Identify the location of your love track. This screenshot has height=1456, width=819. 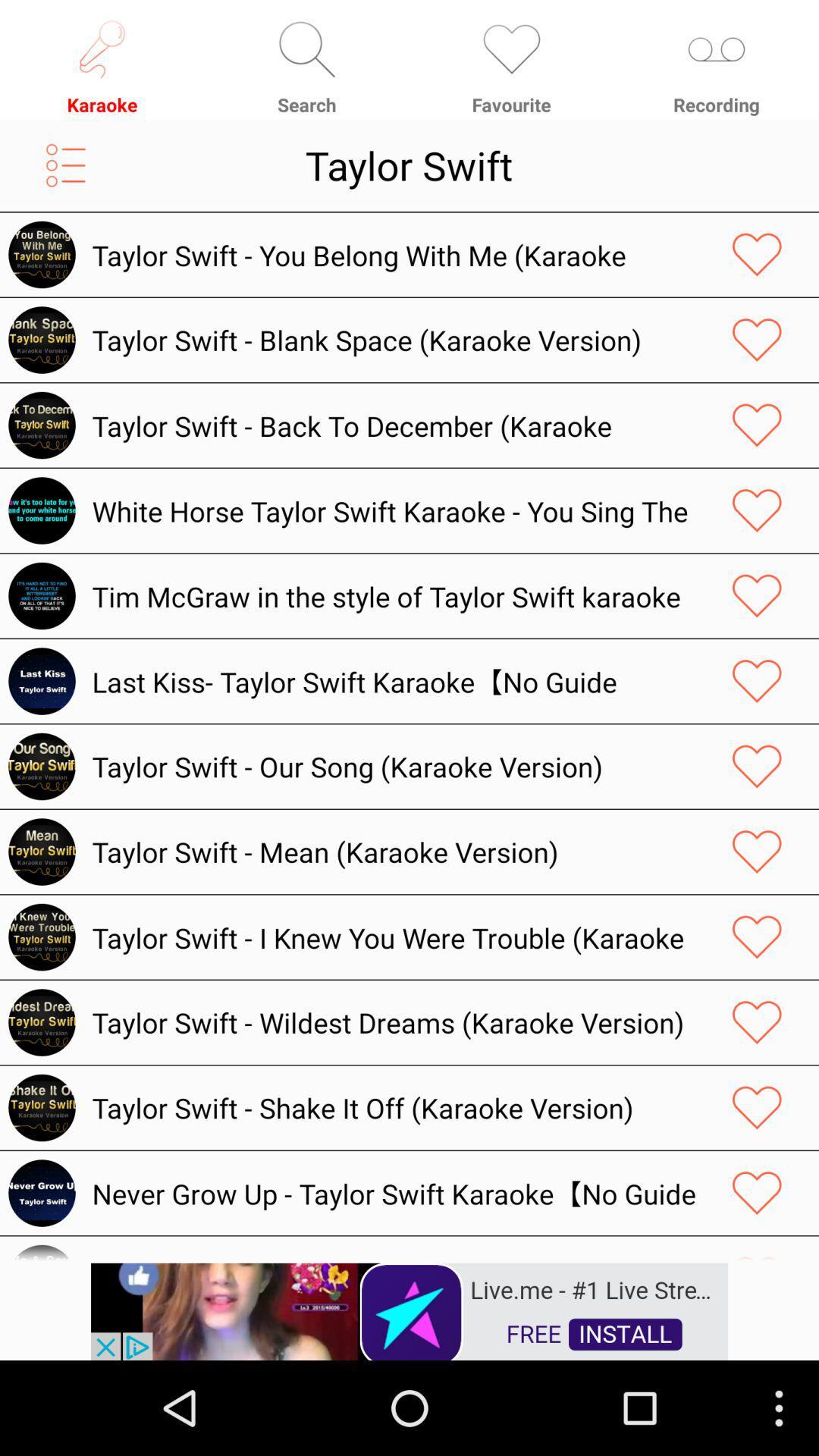
(757, 1107).